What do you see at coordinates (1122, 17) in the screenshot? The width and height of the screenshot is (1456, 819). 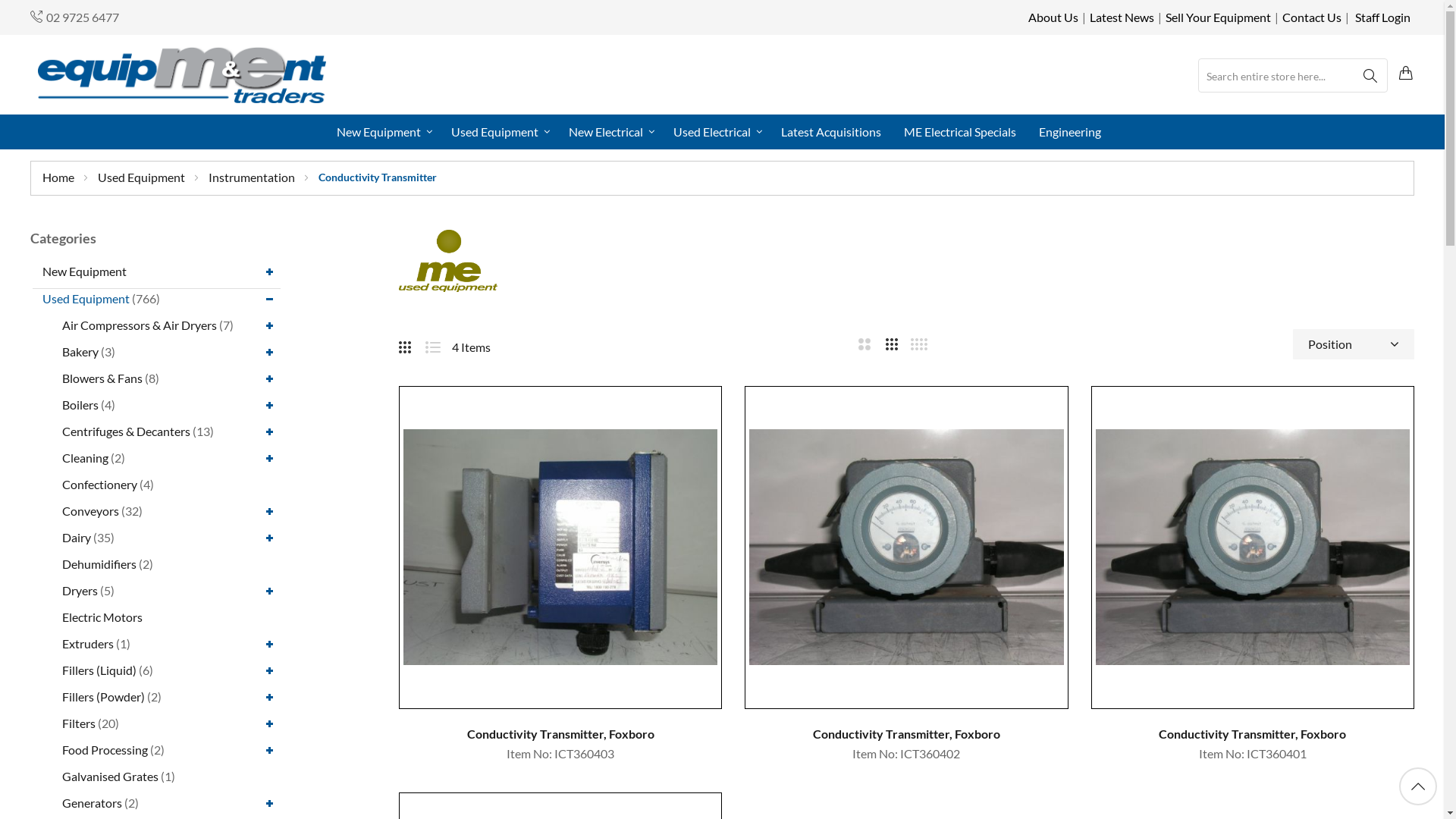 I see `'Latest News'` at bounding box center [1122, 17].